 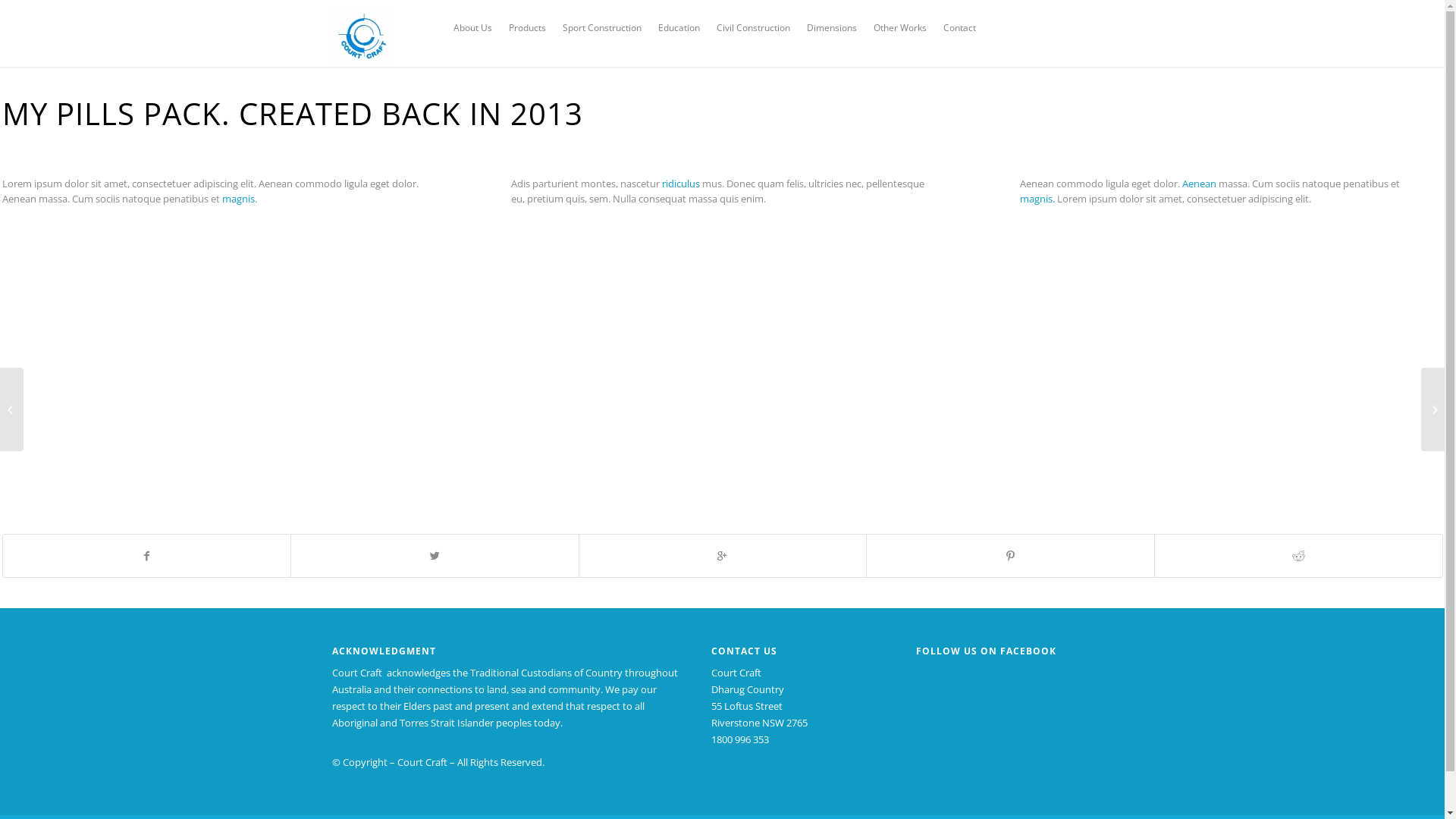 What do you see at coordinates (472, 28) in the screenshot?
I see `'About Us'` at bounding box center [472, 28].